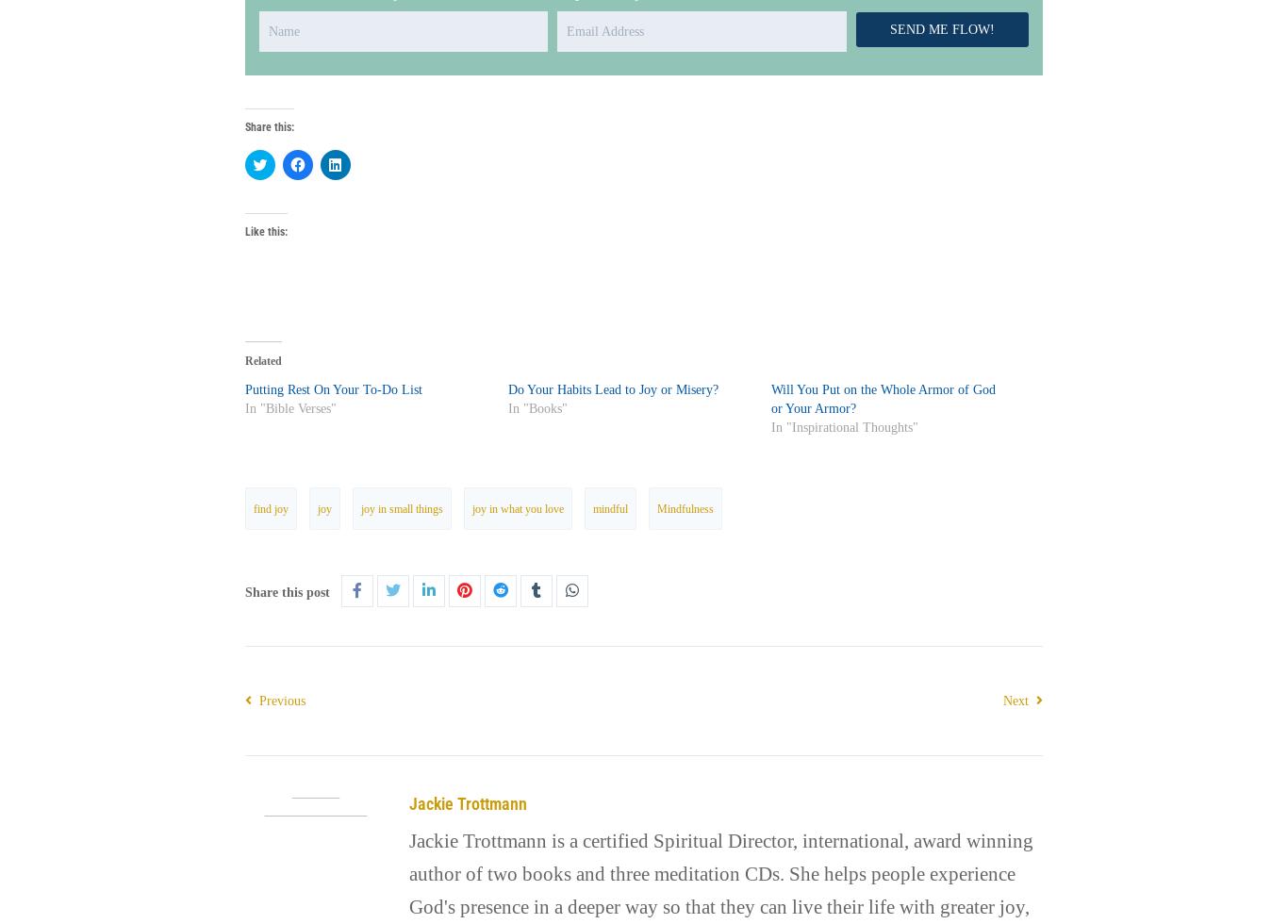  I want to click on 'joy', so click(322, 507).